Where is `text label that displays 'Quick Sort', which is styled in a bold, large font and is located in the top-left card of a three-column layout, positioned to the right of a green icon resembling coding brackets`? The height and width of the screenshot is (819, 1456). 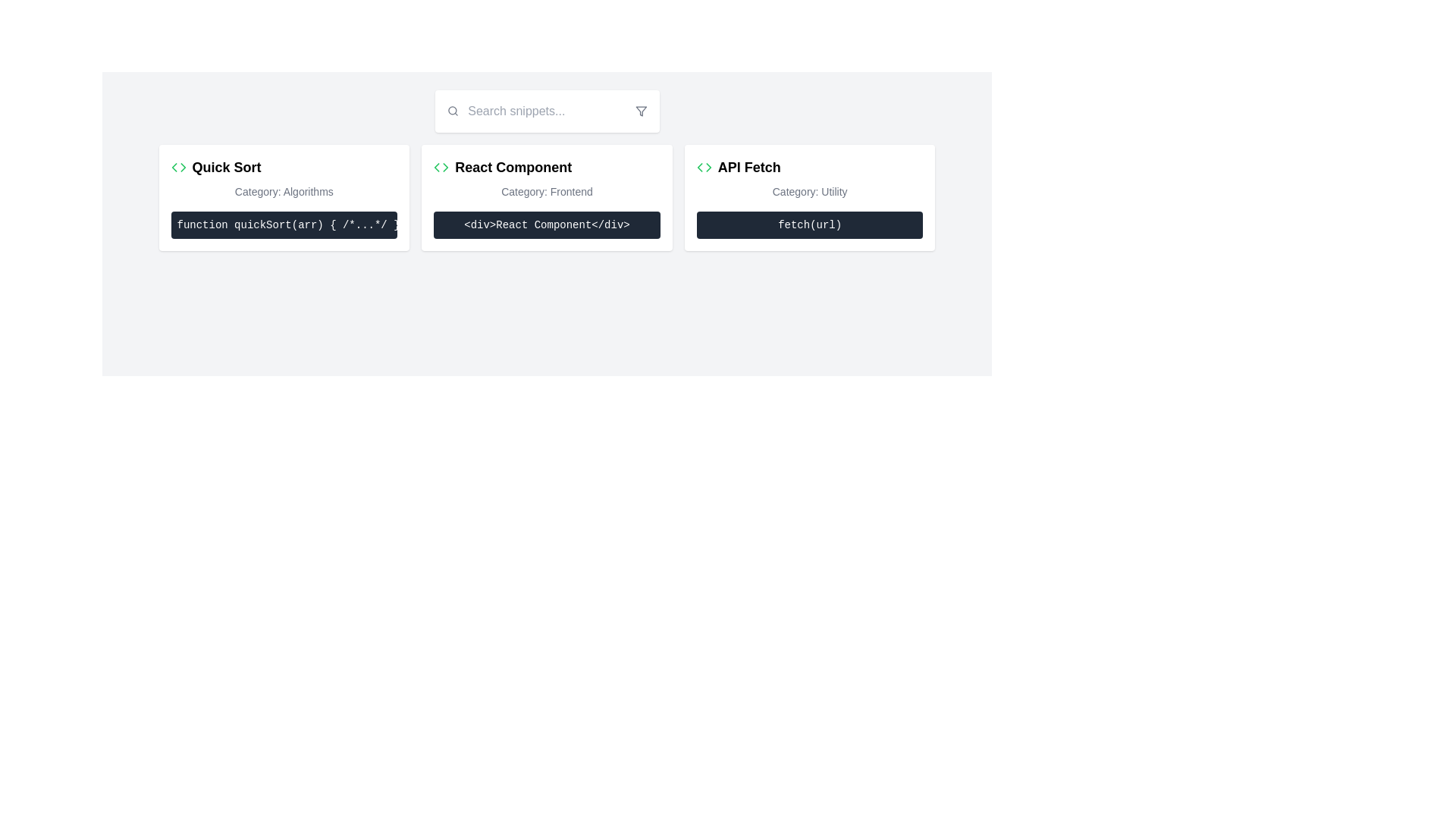
text label that displays 'Quick Sort', which is styled in a bold, large font and is located in the top-left card of a three-column layout, positioned to the right of a green icon resembling coding brackets is located at coordinates (225, 167).